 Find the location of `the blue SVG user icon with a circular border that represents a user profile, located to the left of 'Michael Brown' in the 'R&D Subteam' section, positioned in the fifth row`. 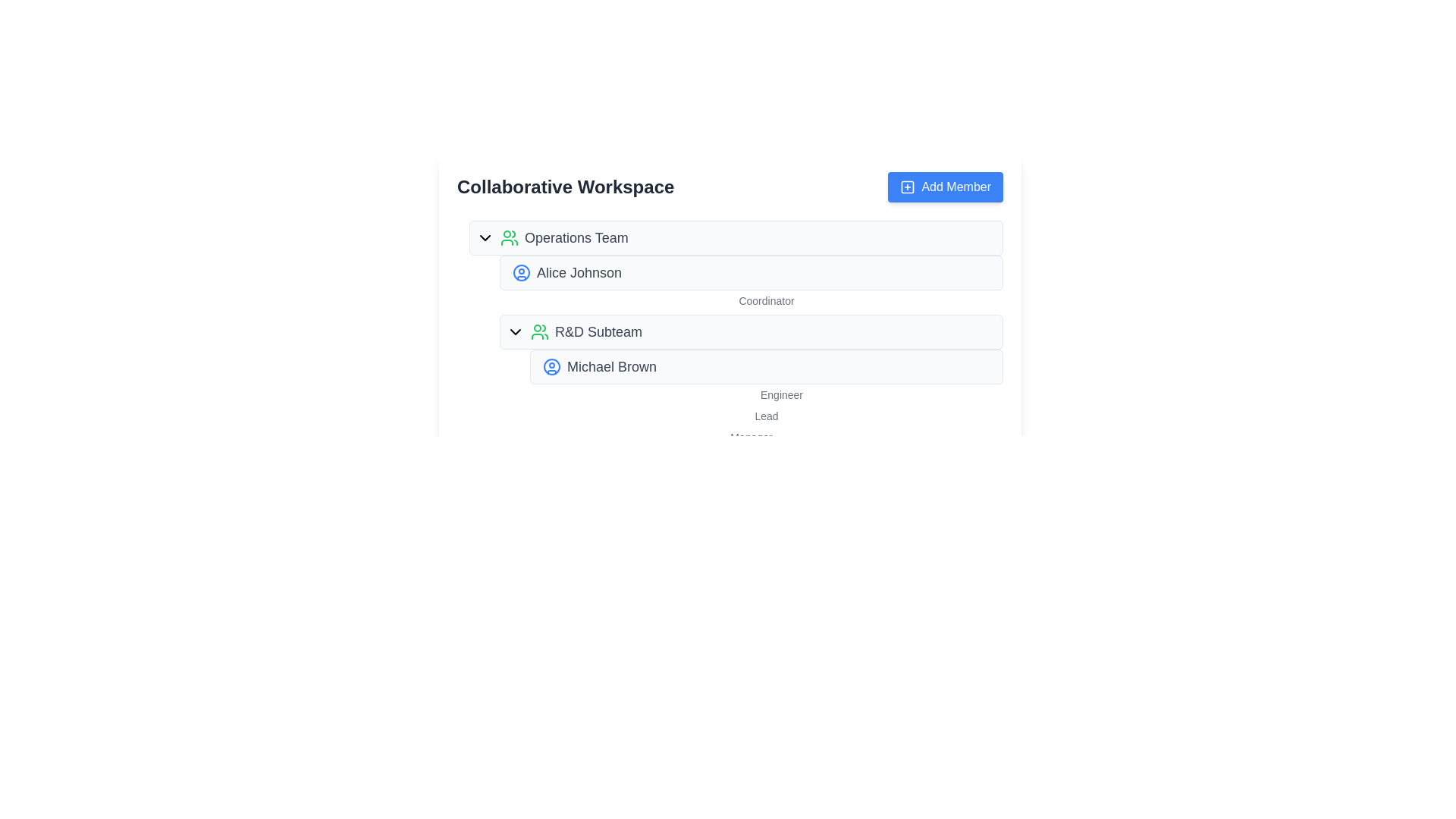

the blue SVG user icon with a circular border that represents a user profile, located to the left of 'Michael Brown' in the 'R&D Subteam' section, positioned in the fifth row is located at coordinates (551, 366).